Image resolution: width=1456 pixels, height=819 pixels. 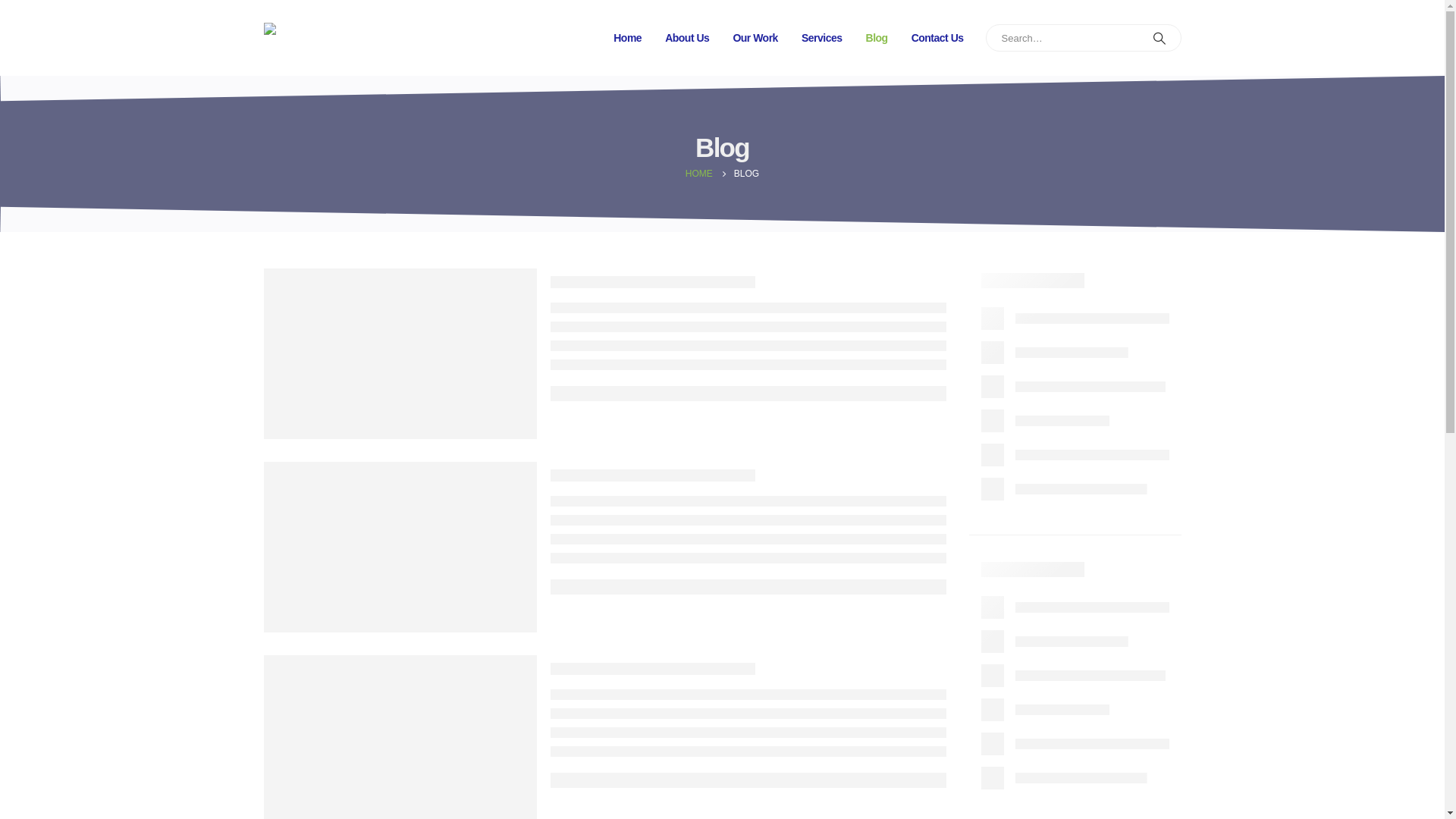 I want to click on 'HOME', so click(x=698, y=172).